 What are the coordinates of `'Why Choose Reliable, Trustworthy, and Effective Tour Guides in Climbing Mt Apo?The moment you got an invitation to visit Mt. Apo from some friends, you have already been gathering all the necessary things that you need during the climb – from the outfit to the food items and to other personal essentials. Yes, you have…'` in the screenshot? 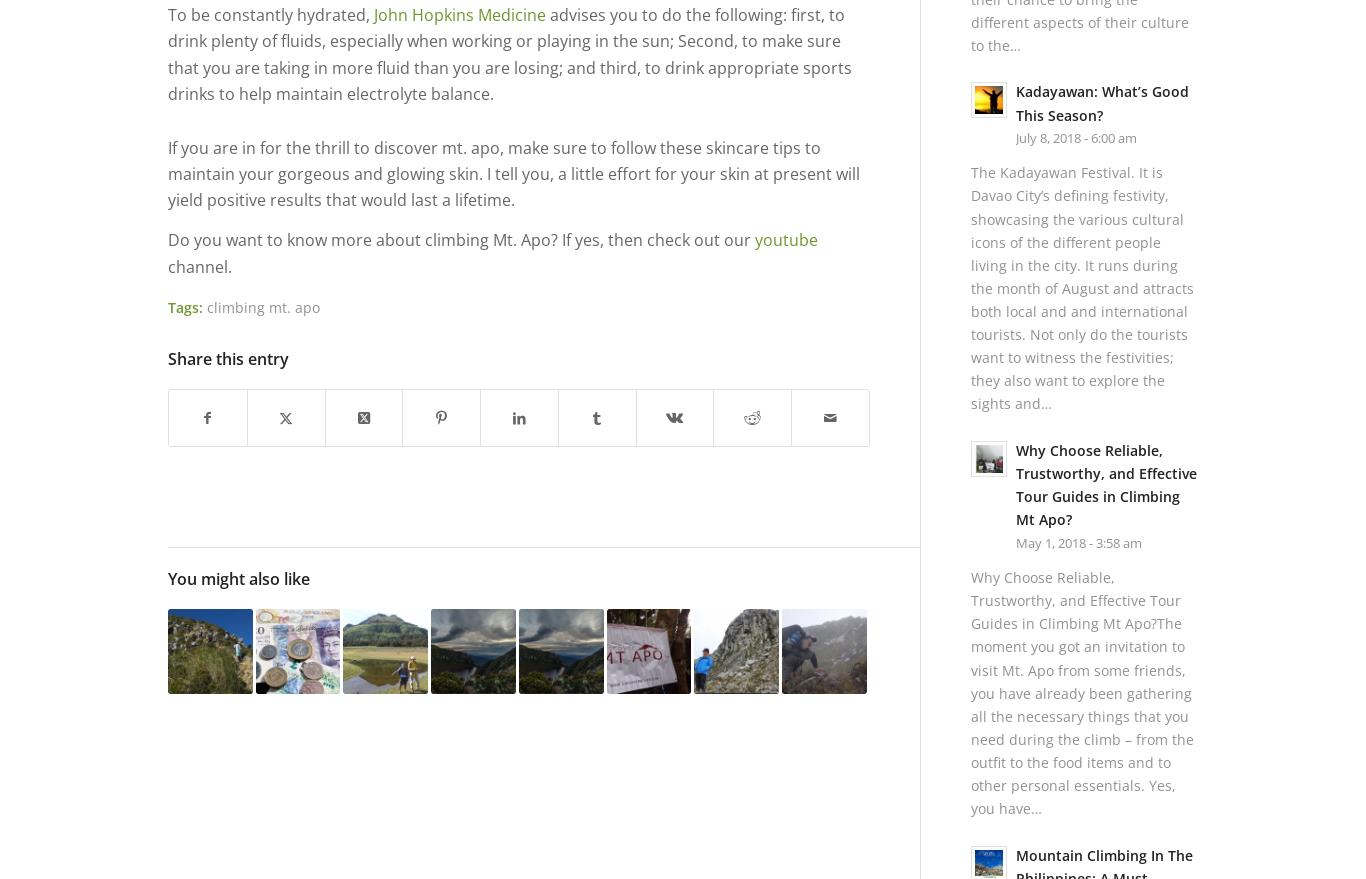 It's located at (969, 693).